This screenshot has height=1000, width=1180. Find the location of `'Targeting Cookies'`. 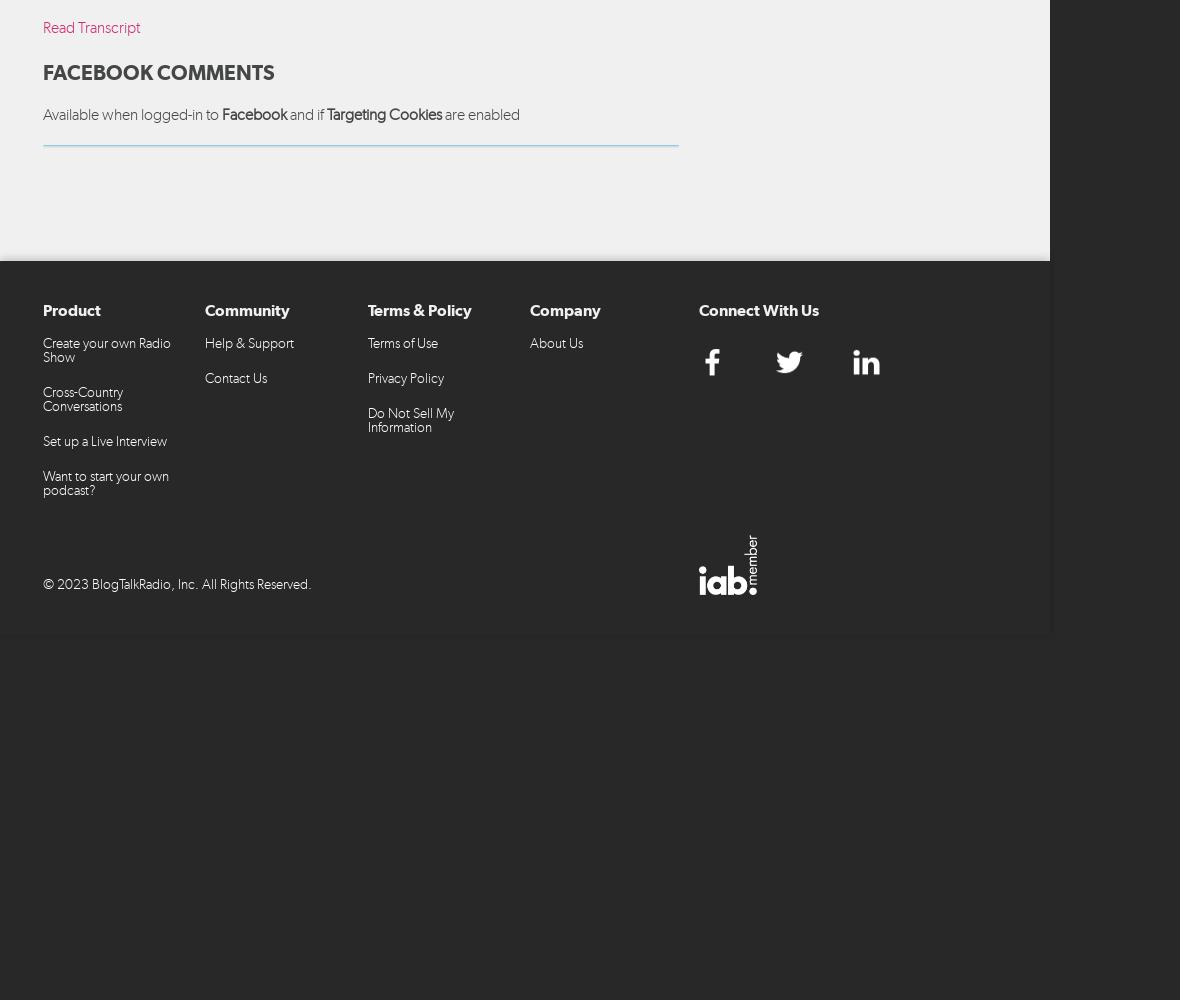

'Targeting Cookies' is located at coordinates (383, 112).